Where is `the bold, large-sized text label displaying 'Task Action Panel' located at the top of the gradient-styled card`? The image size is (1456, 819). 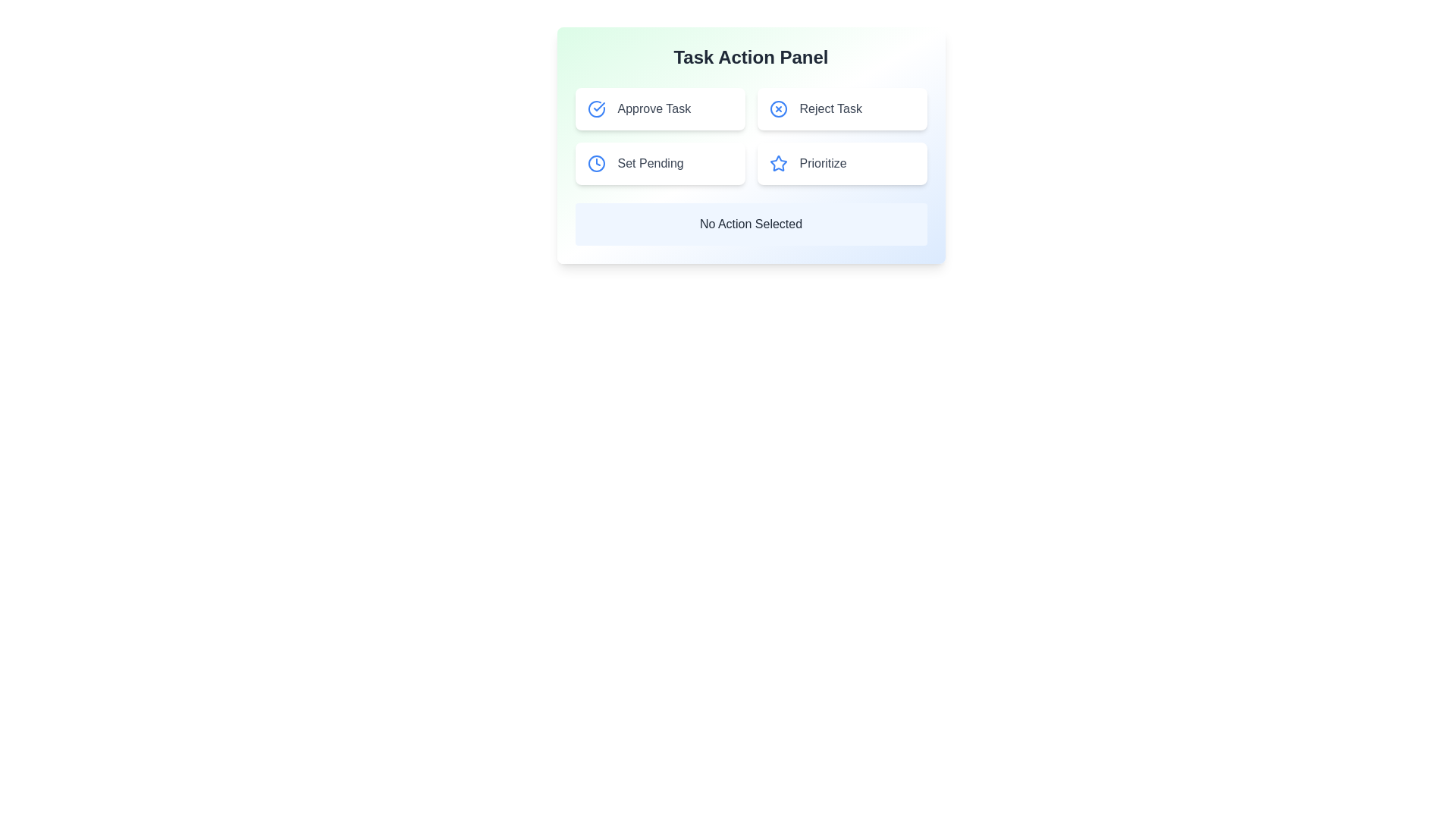 the bold, large-sized text label displaying 'Task Action Panel' located at the top of the gradient-styled card is located at coordinates (751, 57).